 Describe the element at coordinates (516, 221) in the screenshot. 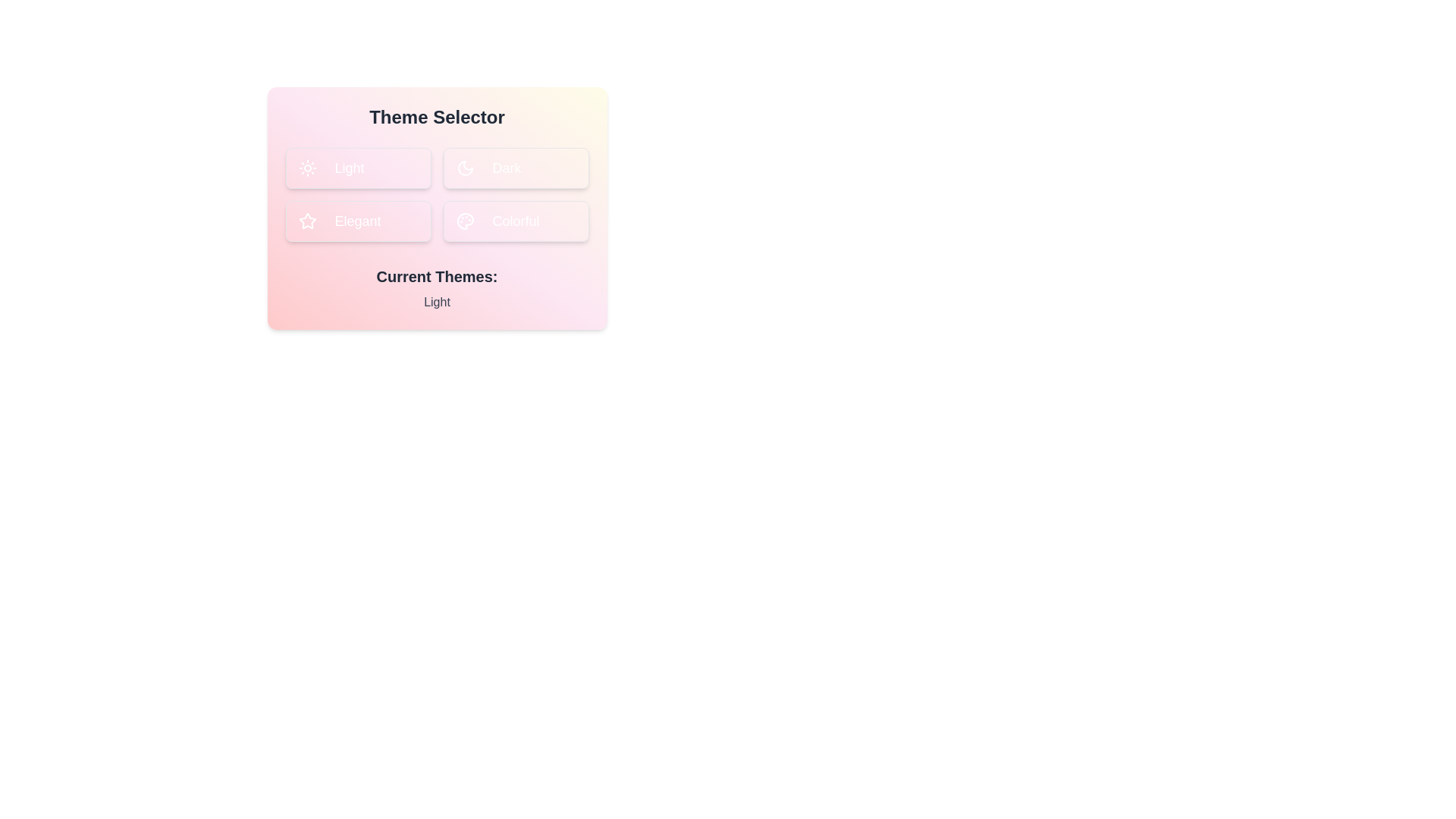

I see `the 'Colorful' theme button, which is the fourth button in a grid layout, located in the second row and second column` at that location.